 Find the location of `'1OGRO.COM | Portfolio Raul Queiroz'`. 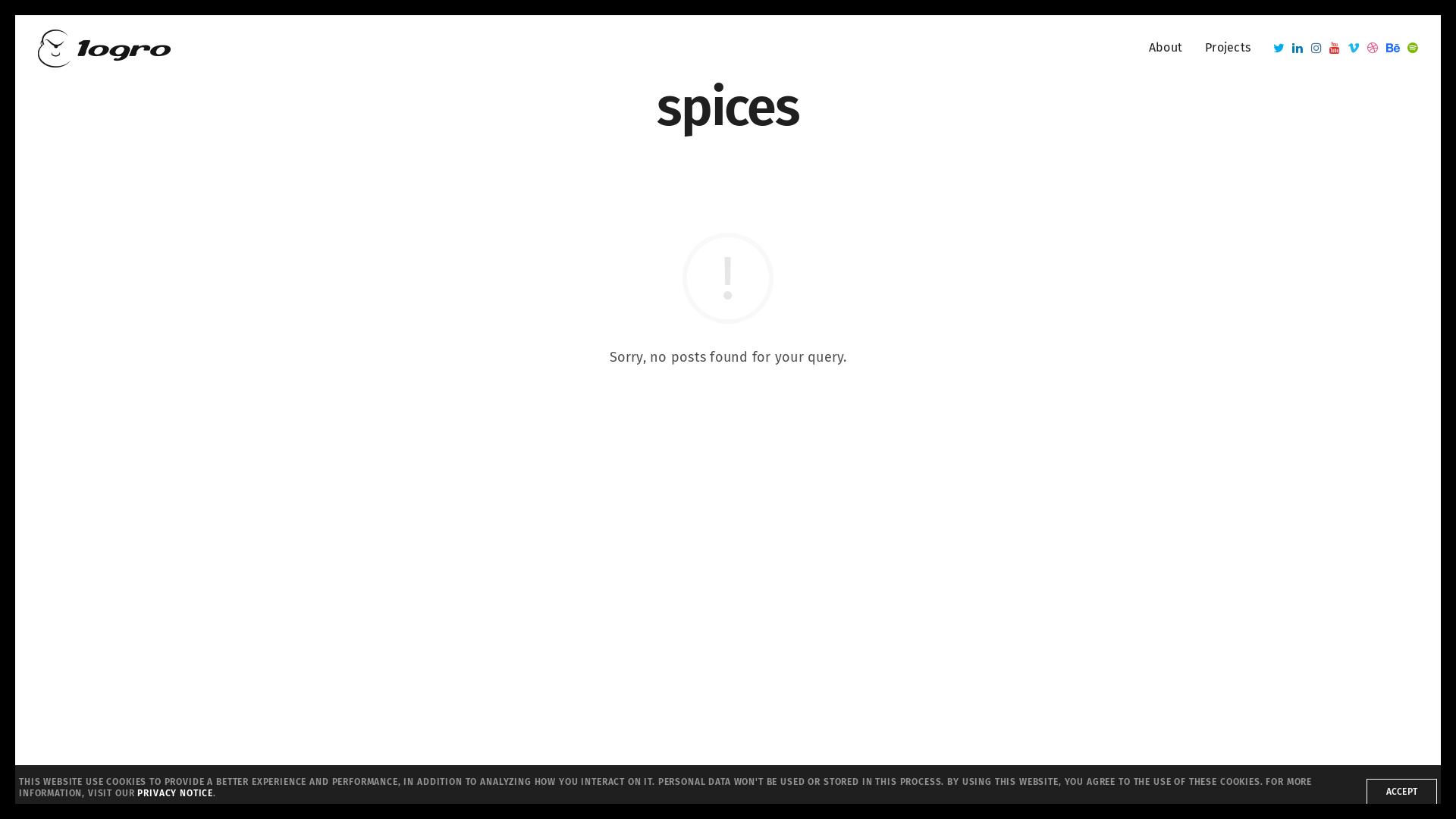

'1OGRO.COM | Portfolio Raul Queiroz' is located at coordinates (103, 46).